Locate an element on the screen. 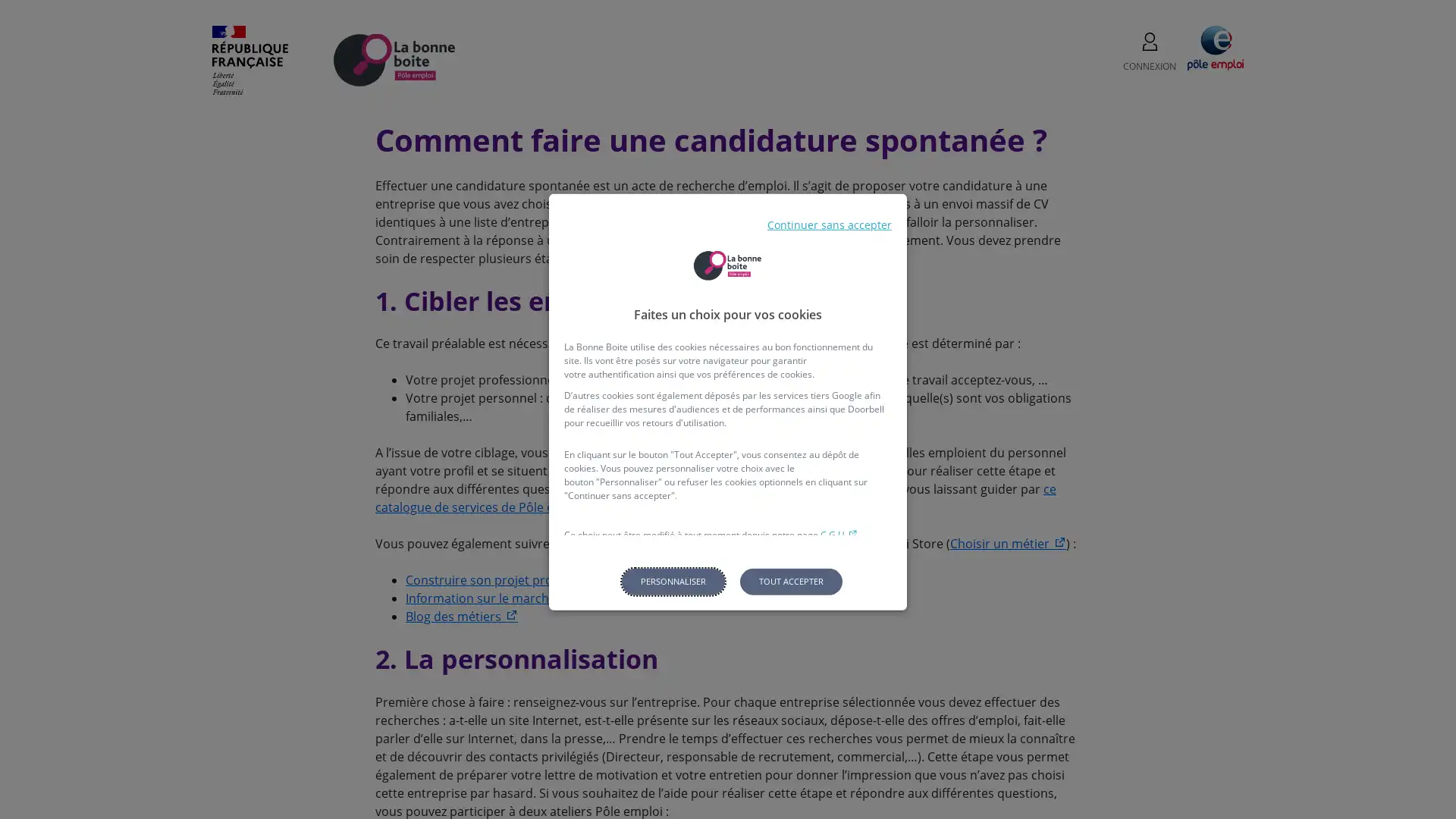  Personnaliser les parametres de confidentialite is located at coordinates (672, 580).